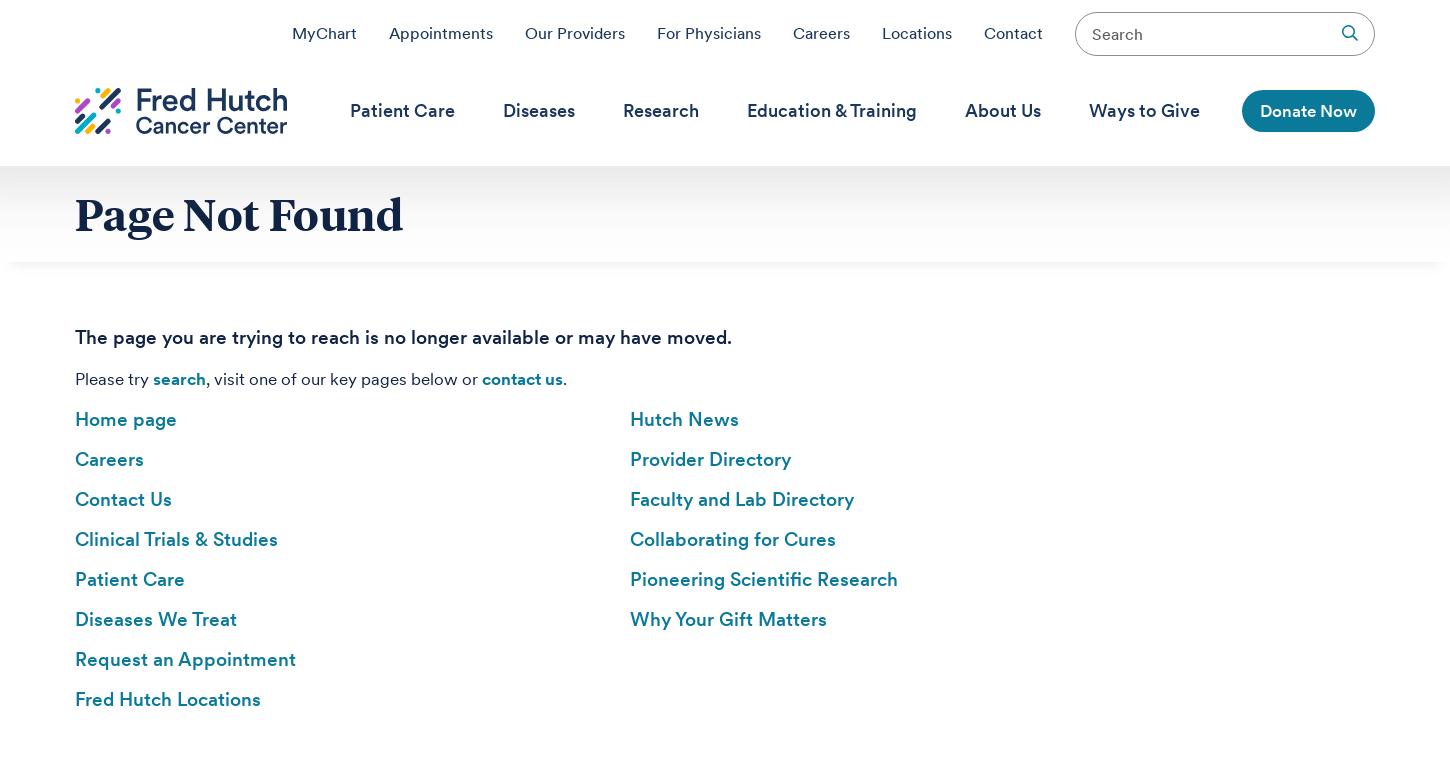 The height and width of the screenshot is (771, 1450). Describe the element at coordinates (709, 458) in the screenshot. I see `'Provider Directory'` at that location.